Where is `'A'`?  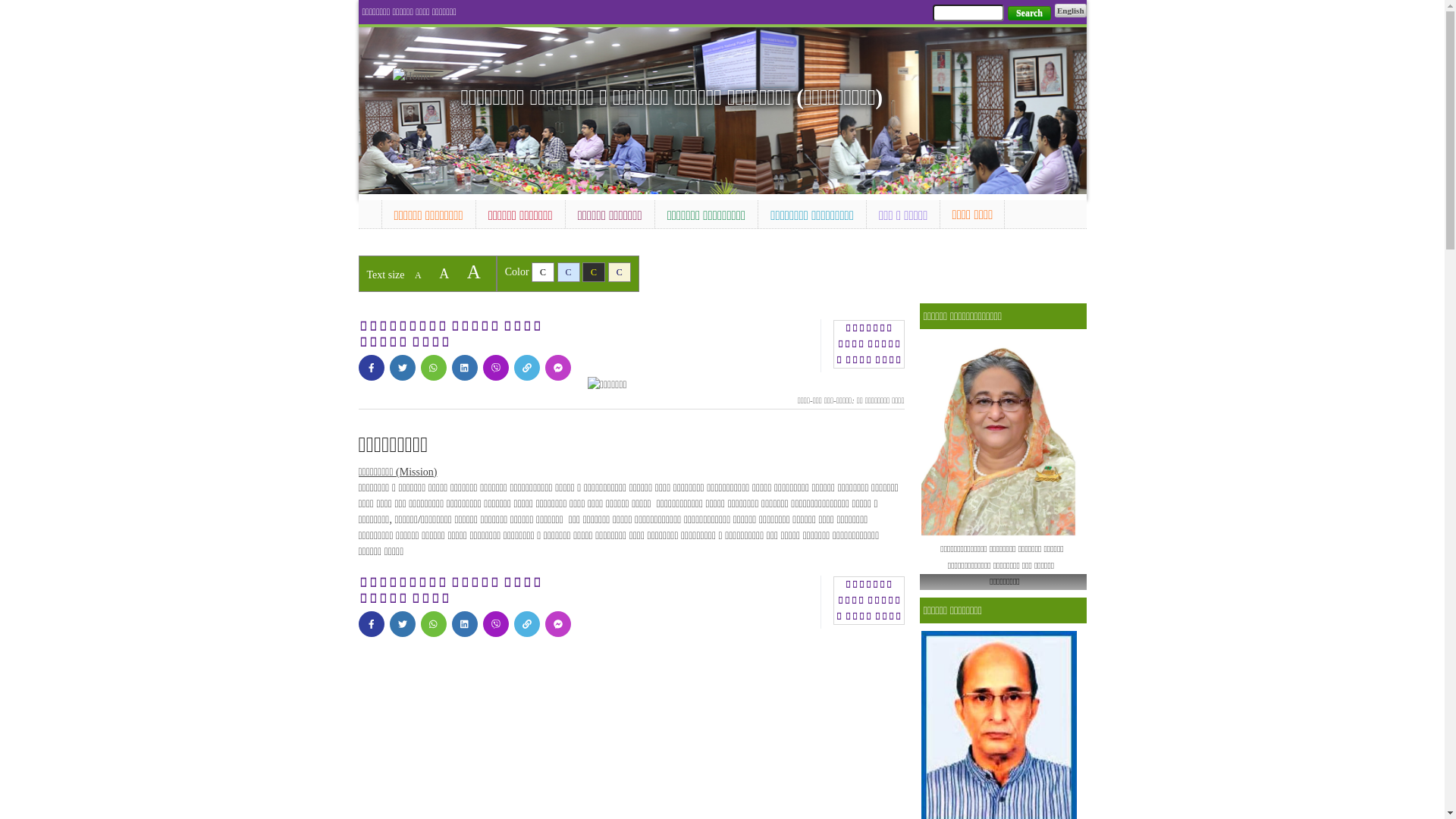
'A' is located at coordinates (431, 274).